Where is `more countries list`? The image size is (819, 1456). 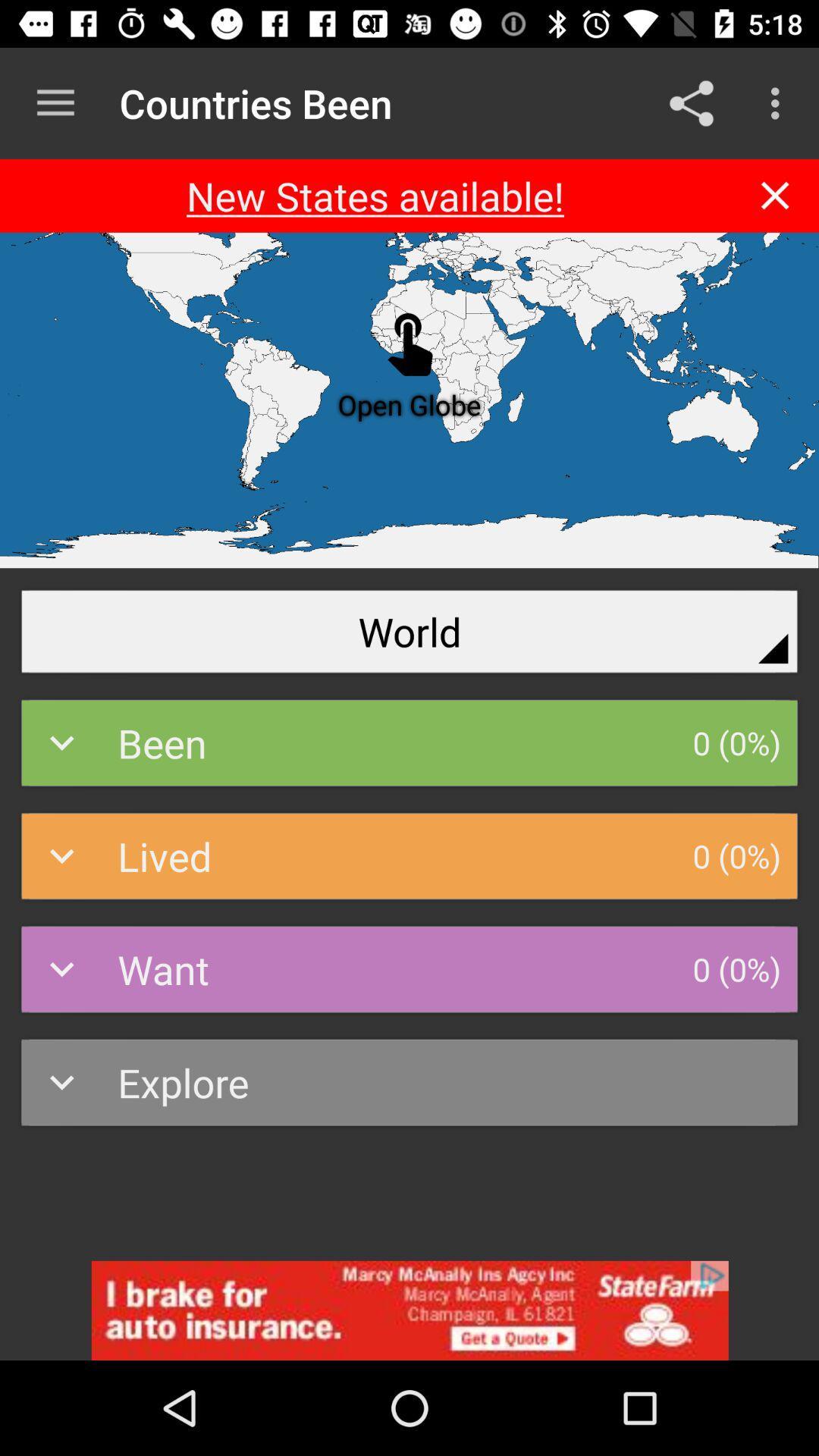 more countries list is located at coordinates (55, 102).